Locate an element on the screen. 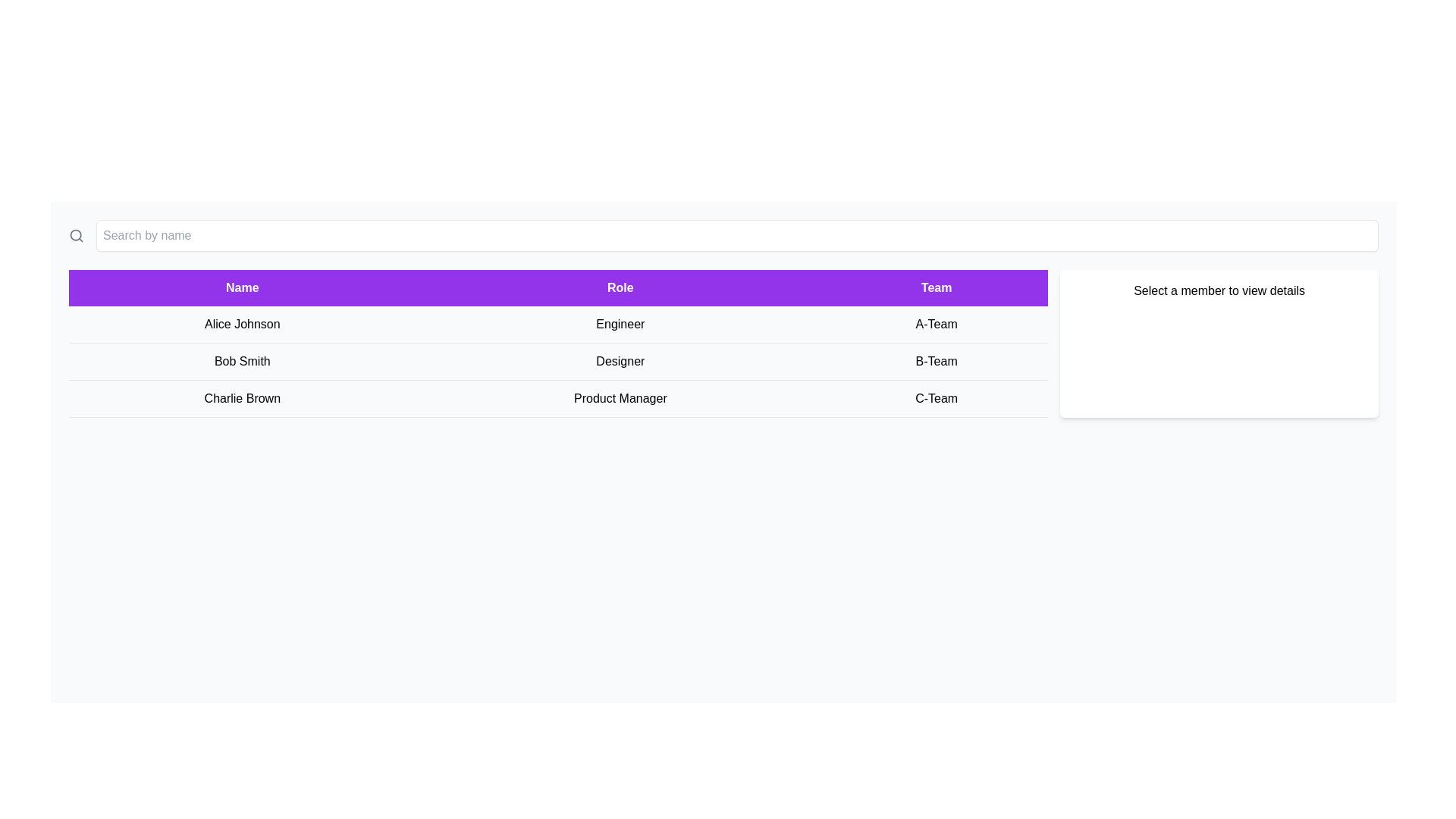  the third row in the table that displays 'Charlie Brown' as the Name, 'Product Manager' as the Role, and 'C-Team' as the Team is located at coordinates (557, 397).